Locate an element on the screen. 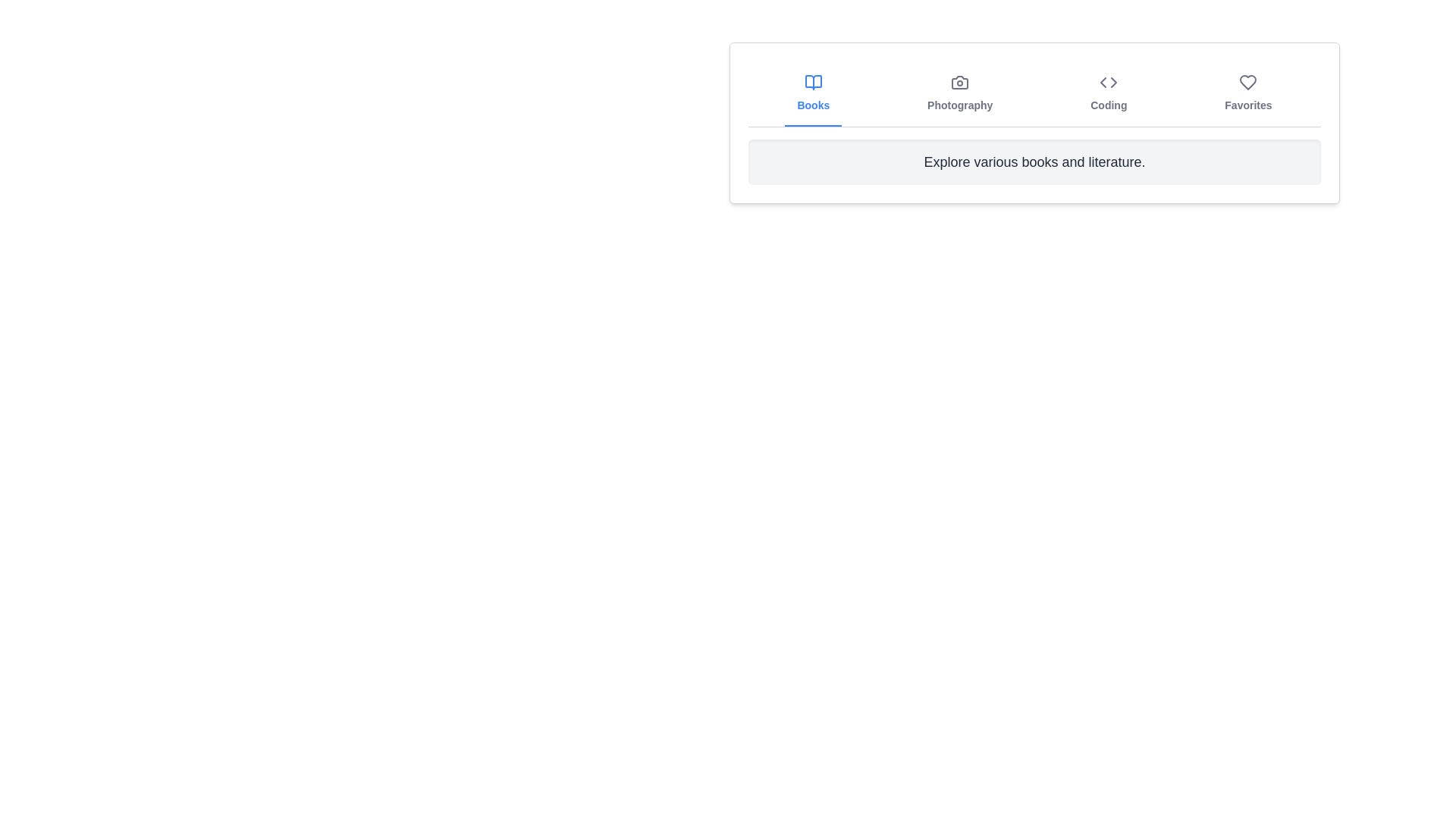 The height and width of the screenshot is (819, 1456). the 'Photography' button in the navigation bar to observe visual effects, which features a camera icon above bold text that reads 'Photography' is located at coordinates (959, 93).